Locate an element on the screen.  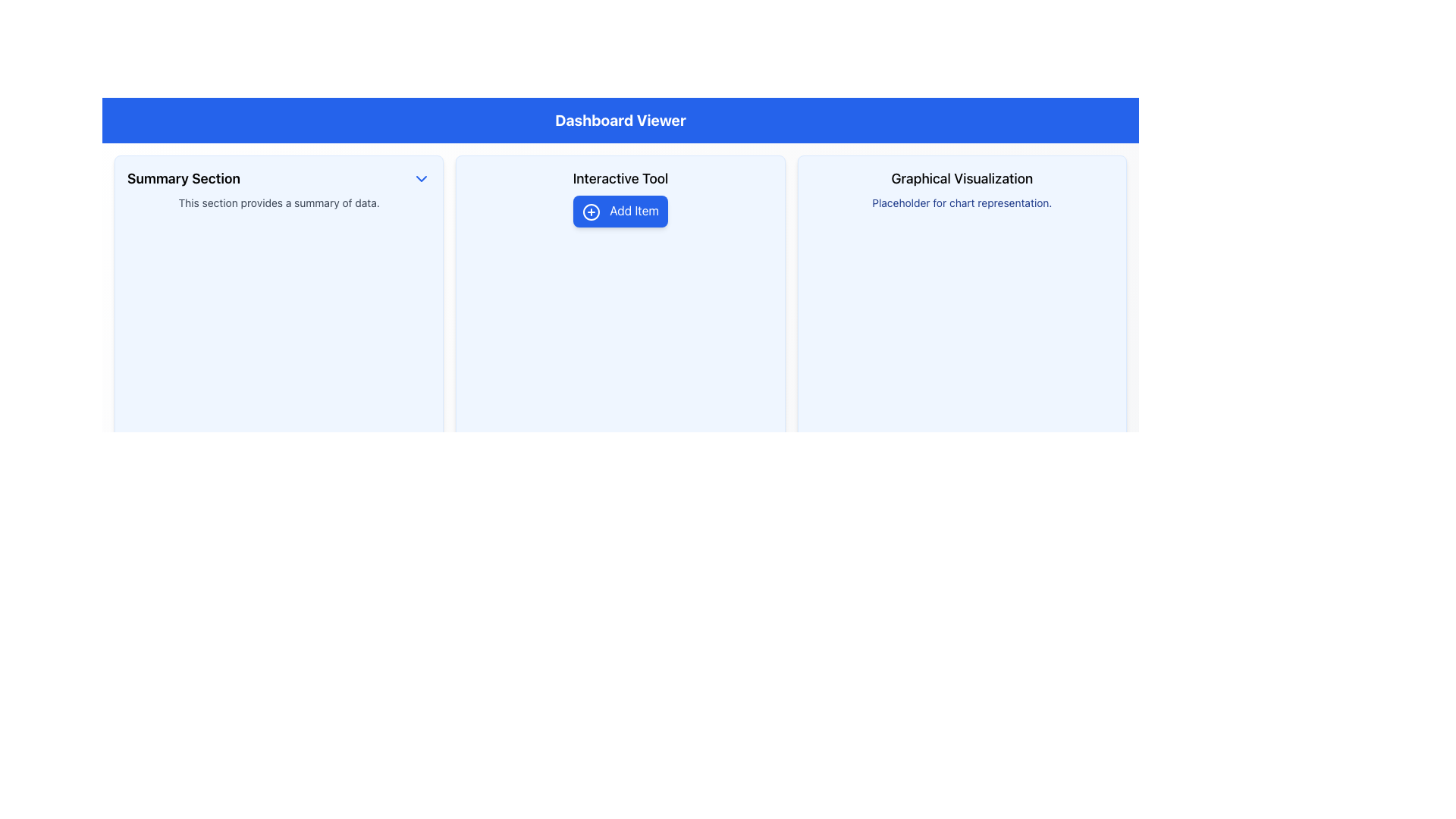
text label displaying 'Placeholder for chart representation.' which is located below the header 'Graphical Visualization' within a light blue background section is located at coordinates (961, 202).